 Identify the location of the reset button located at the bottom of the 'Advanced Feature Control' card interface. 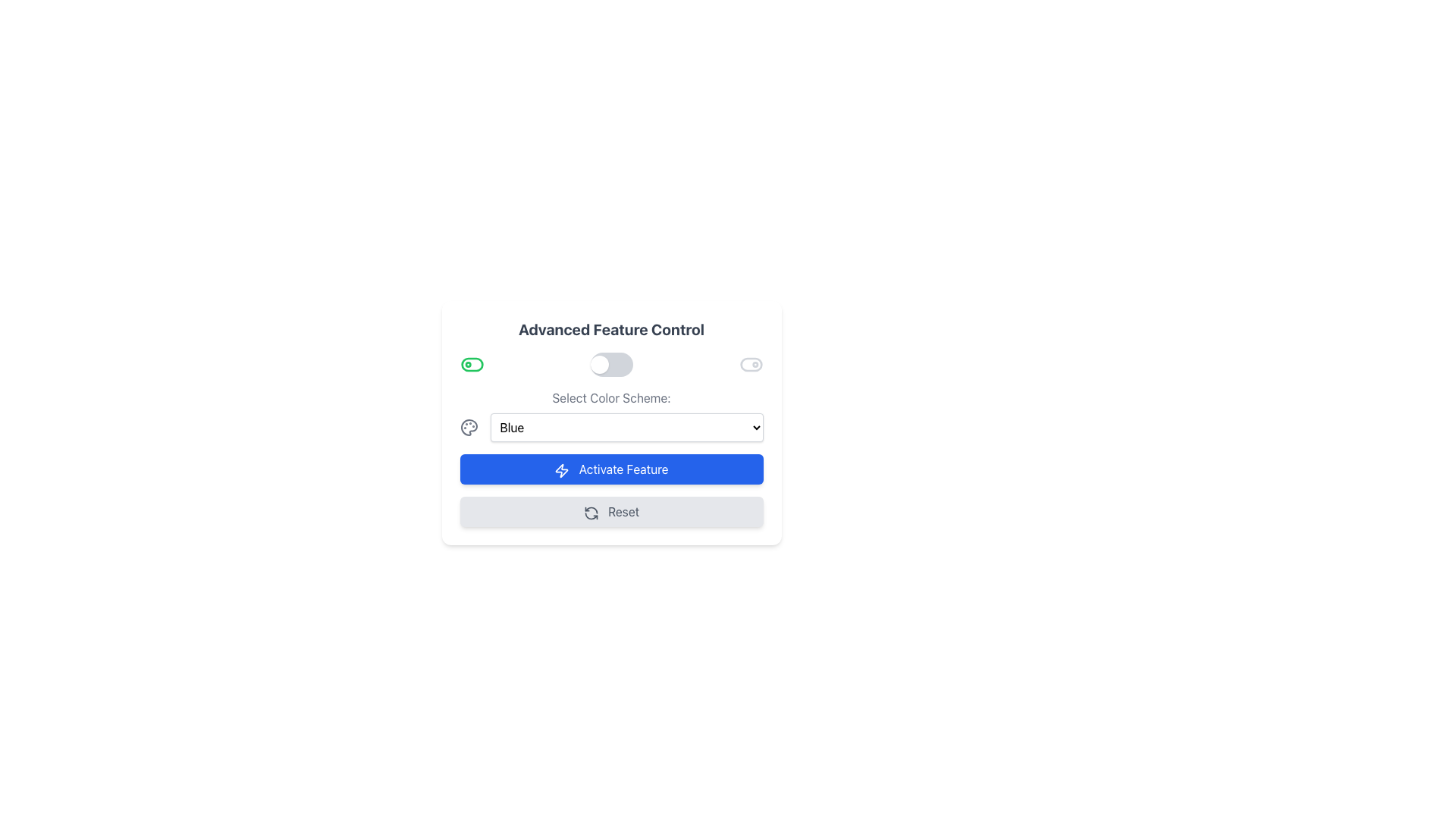
(611, 512).